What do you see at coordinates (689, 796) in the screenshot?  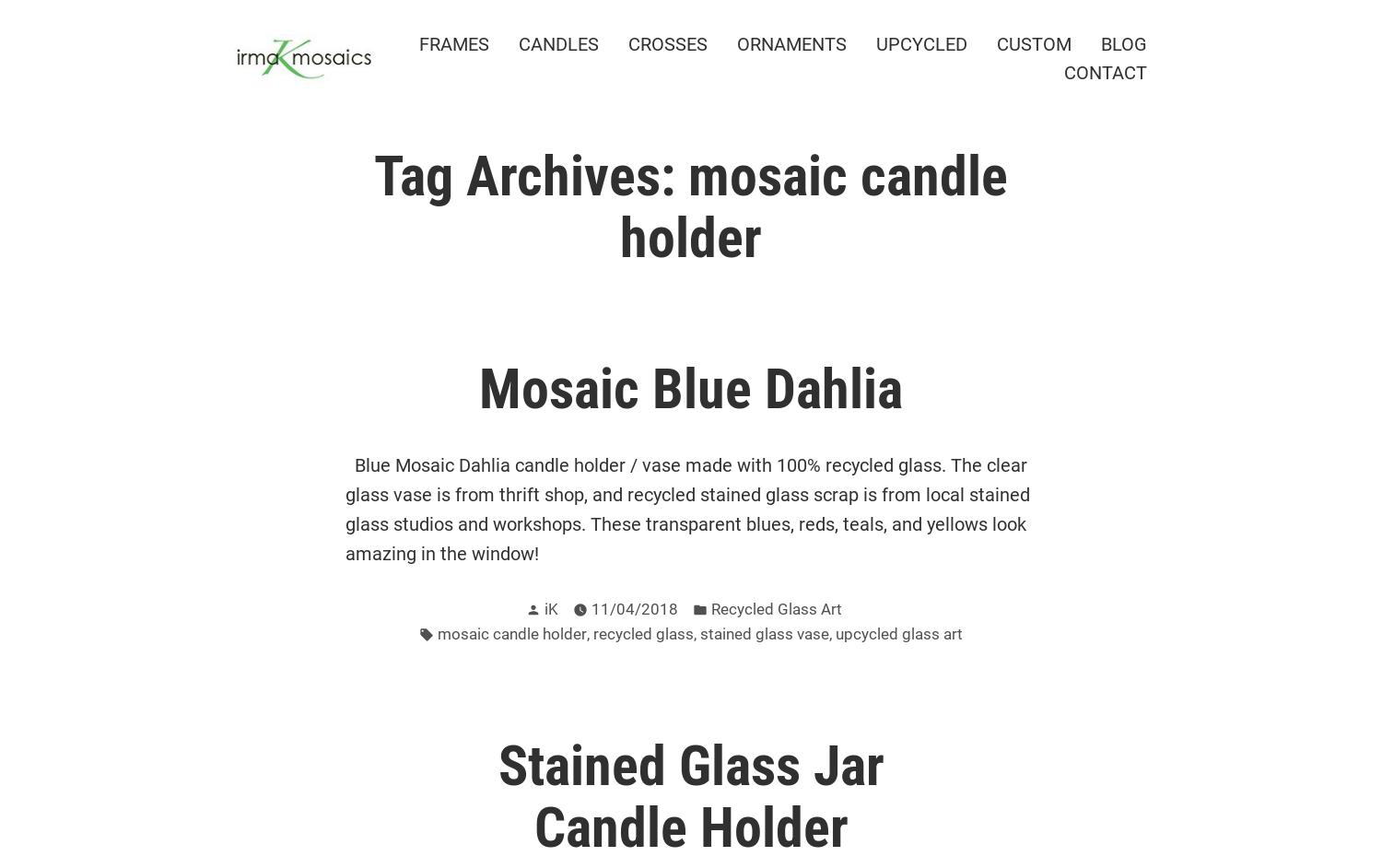 I see `'Stained Glass Jar Candle Holder'` at bounding box center [689, 796].